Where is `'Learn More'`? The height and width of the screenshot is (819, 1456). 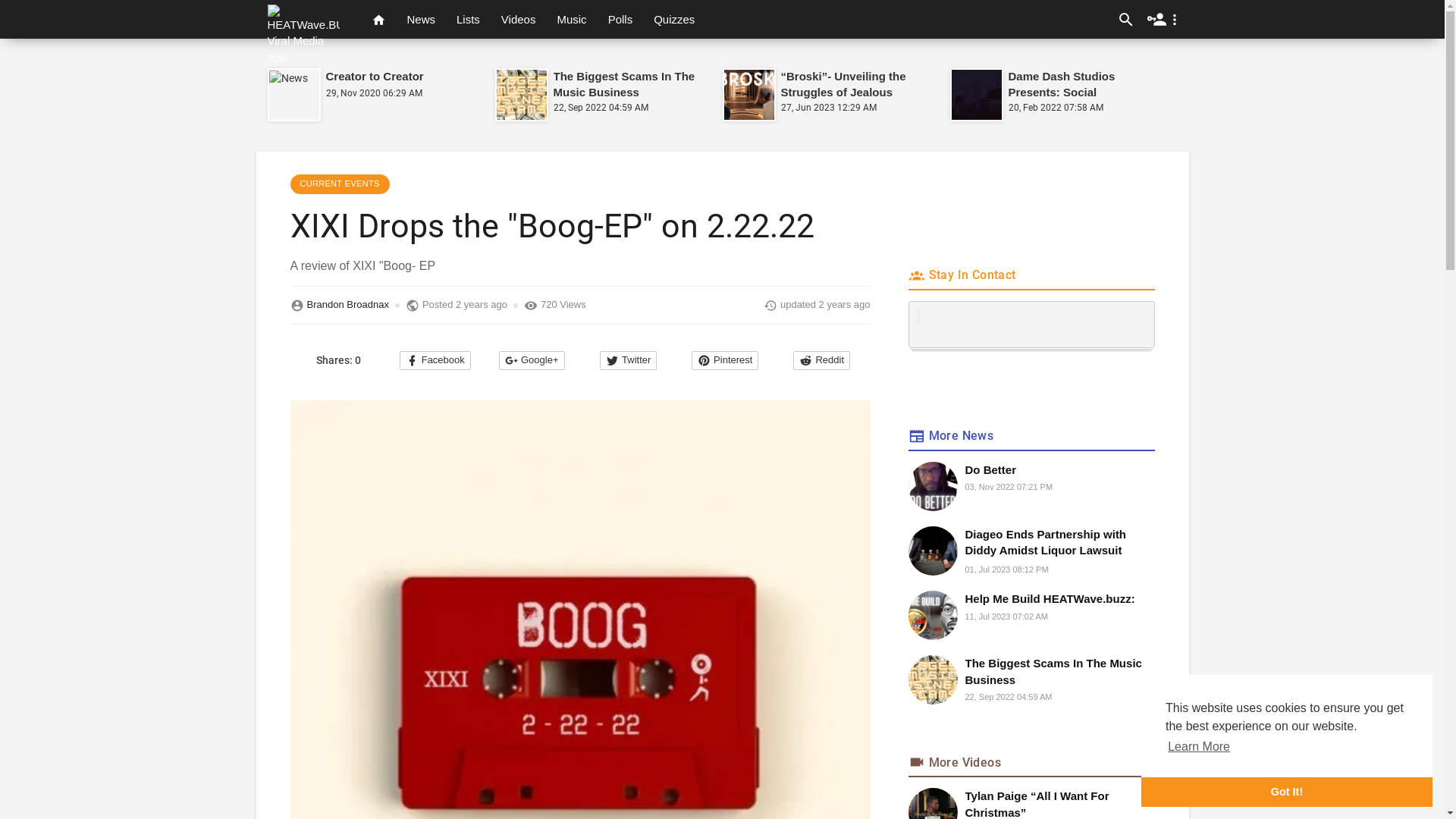
'Learn More' is located at coordinates (1197, 745).